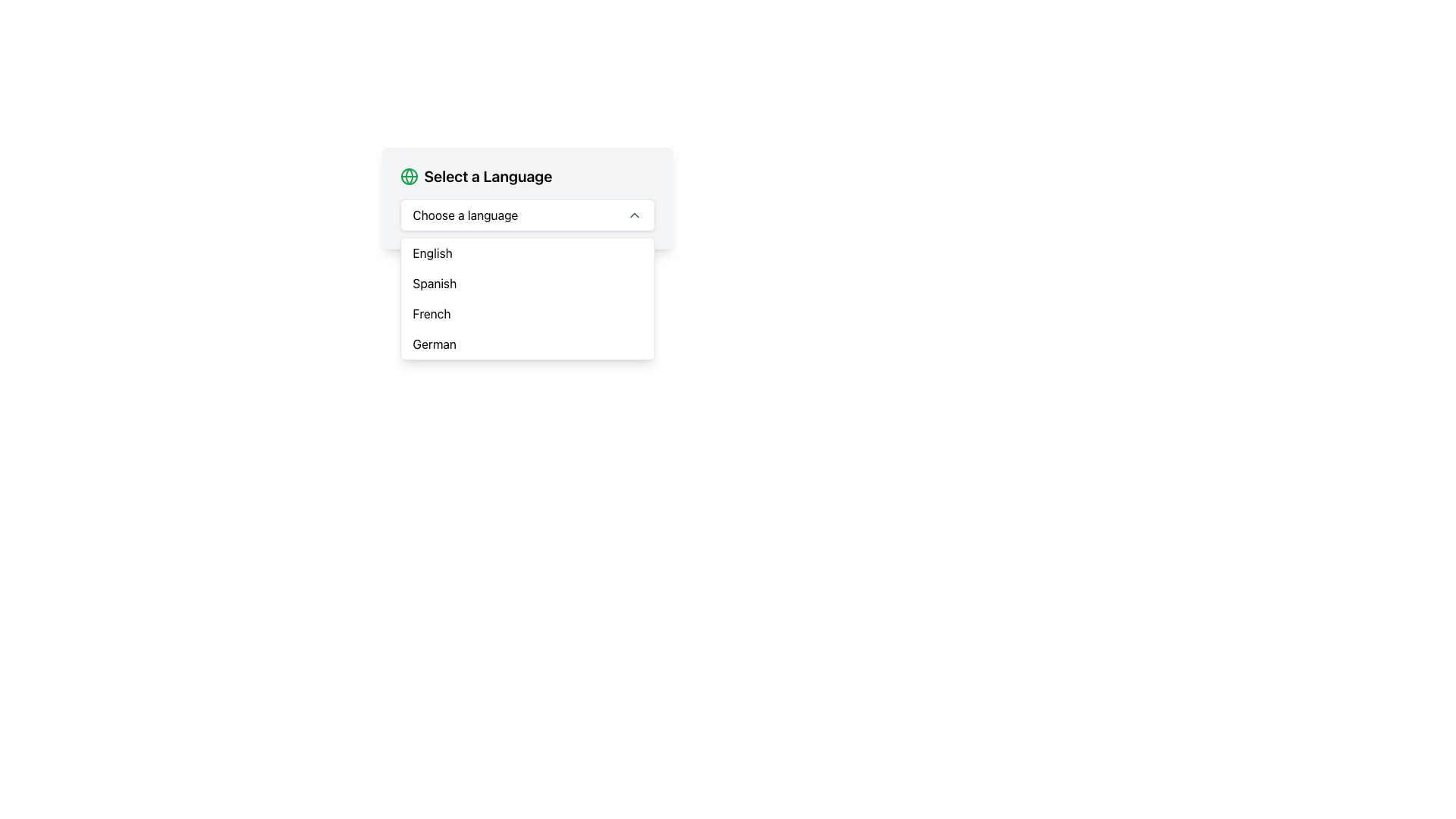 The width and height of the screenshot is (1456, 819). What do you see at coordinates (527, 284) in the screenshot?
I see `the second option in the dropdown menu labeled 'Select a Language' to set the language to Spanish` at bounding box center [527, 284].